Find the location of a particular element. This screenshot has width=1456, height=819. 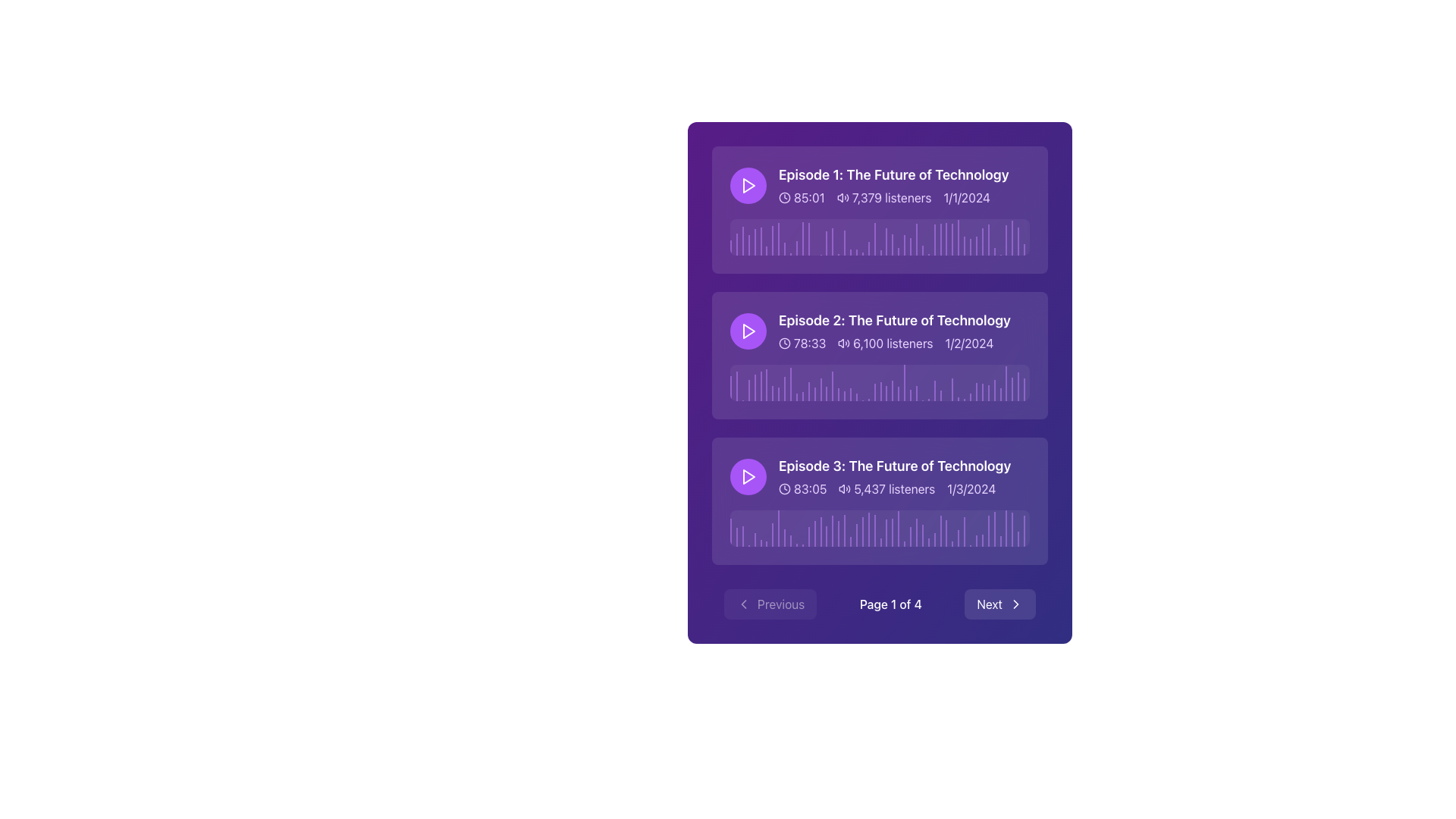

the list item titled 'Episode 2: The Future of Technology' which includes a play button and metadata is located at coordinates (880, 330).